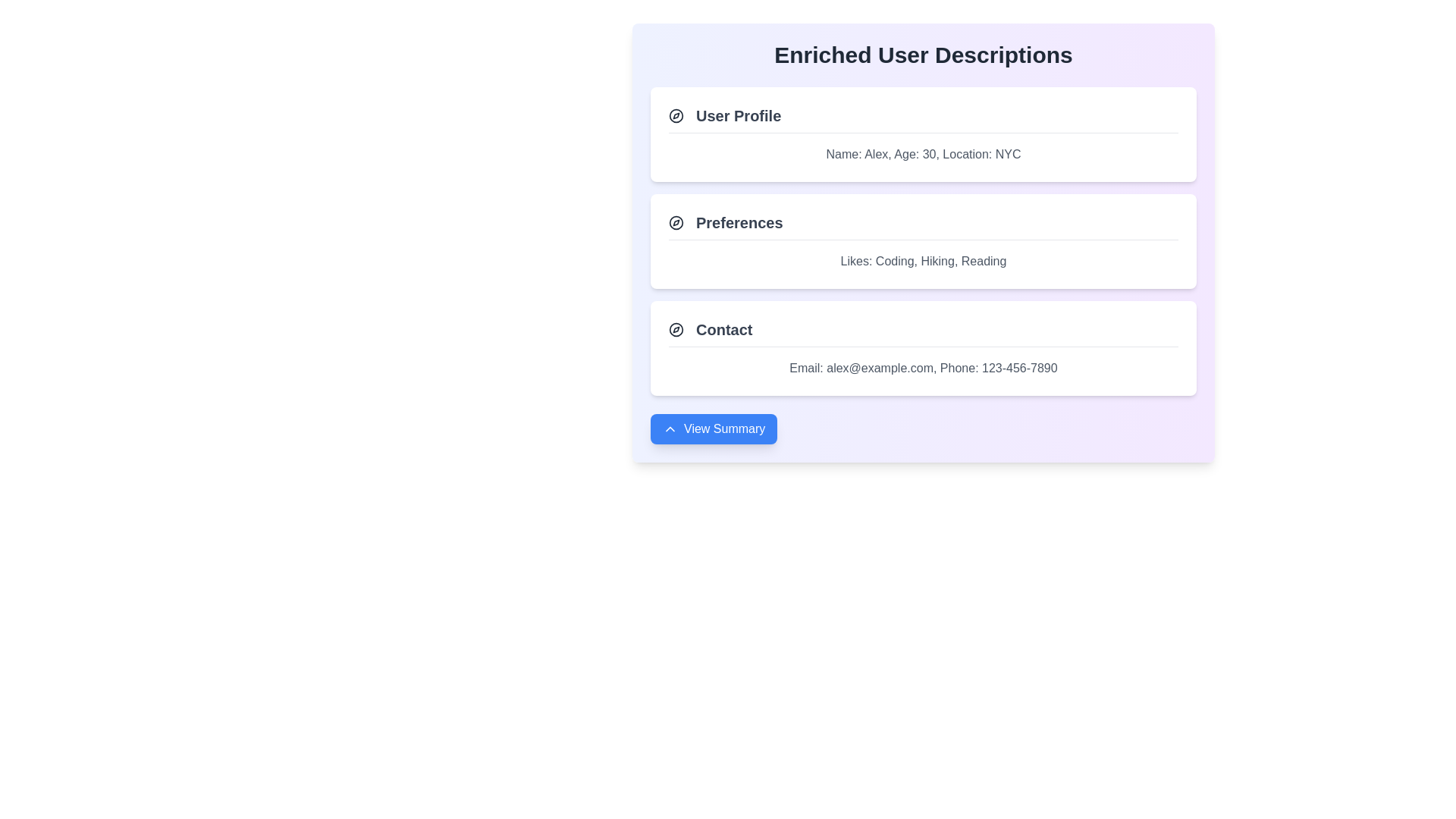 This screenshot has height=819, width=1456. Describe the element at coordinates (676, 222) in the screenshot. I see `the compass icon located at the left side of the 'Preferences' section, which symbolizes navigation or categorization related to user preferences` at that location.